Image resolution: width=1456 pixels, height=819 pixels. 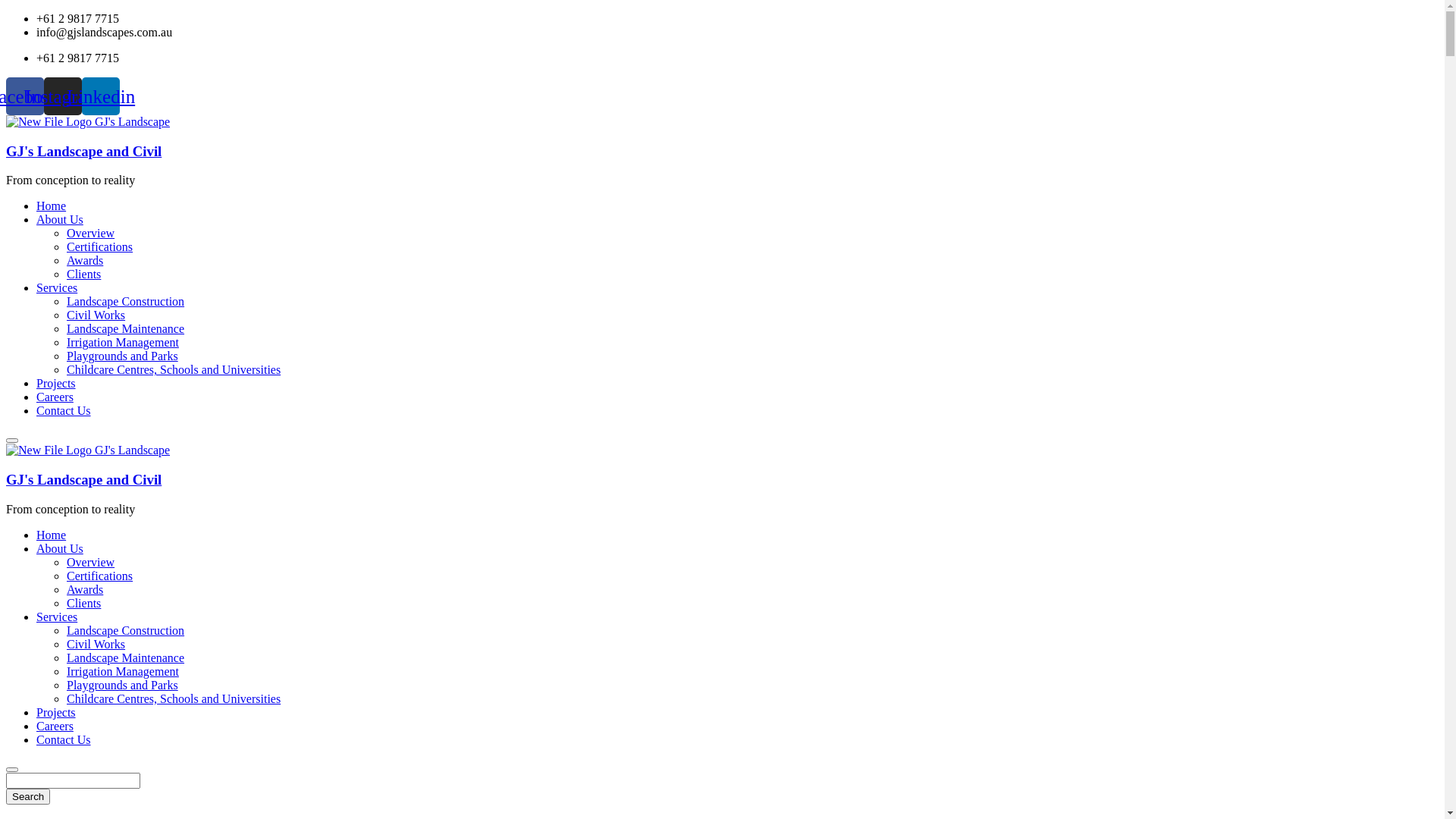 I want to click on 'Projects', so click(x=36, y=382).